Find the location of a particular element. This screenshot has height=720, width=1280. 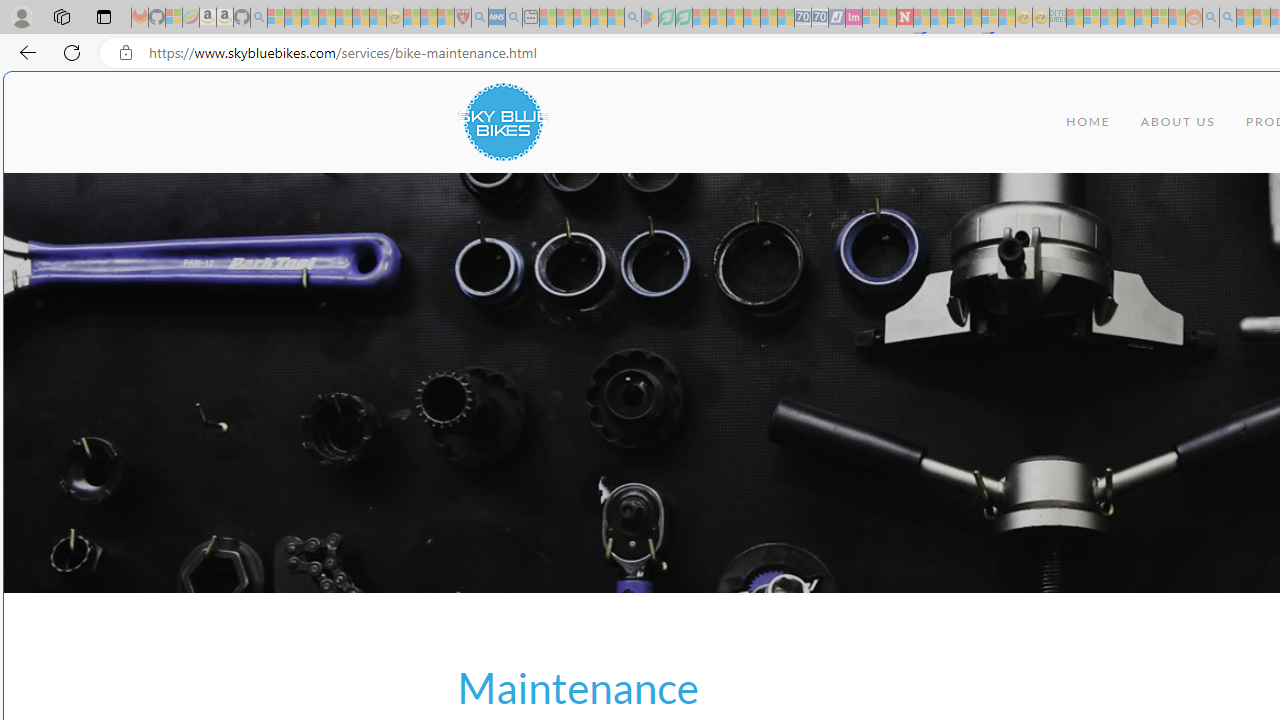

'Expert Portfolios - Sleeping' is located at coordinates (1125, 17).